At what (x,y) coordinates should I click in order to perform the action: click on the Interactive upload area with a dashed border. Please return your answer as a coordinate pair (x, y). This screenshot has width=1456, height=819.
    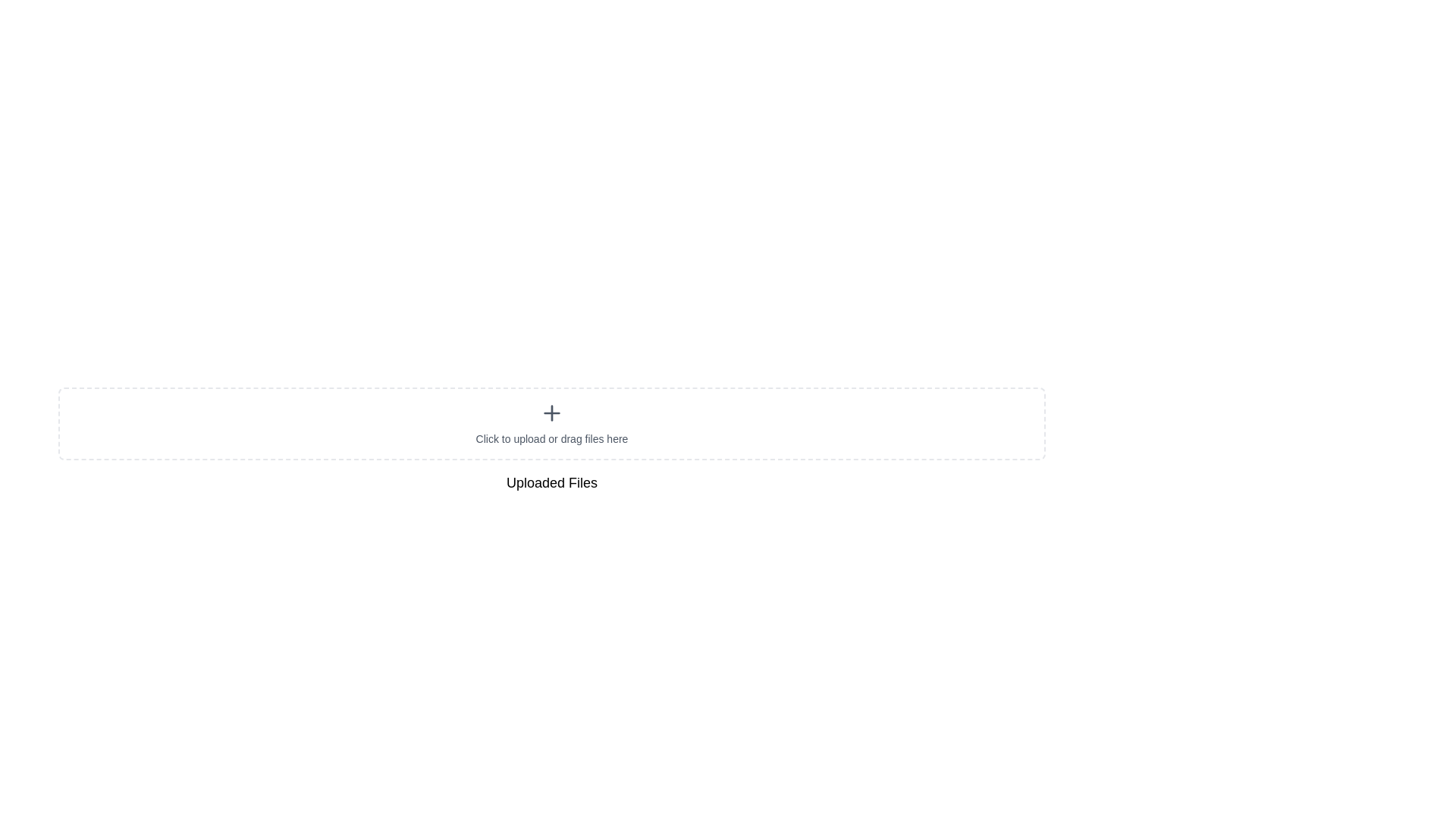
    Looking at the image, I should click on (551, 424).